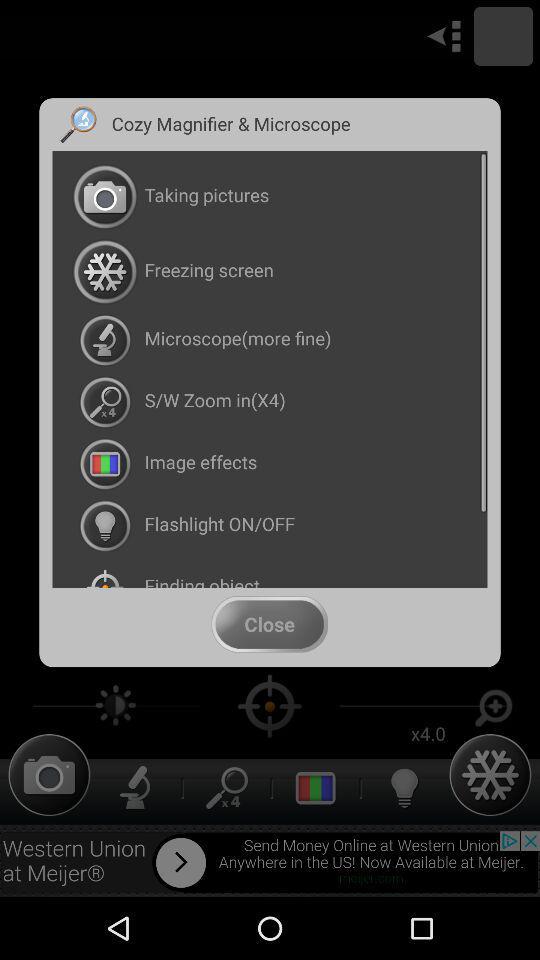 The height and width of the screenshot is (960, 540). I want to click on close, so click(269, 623).